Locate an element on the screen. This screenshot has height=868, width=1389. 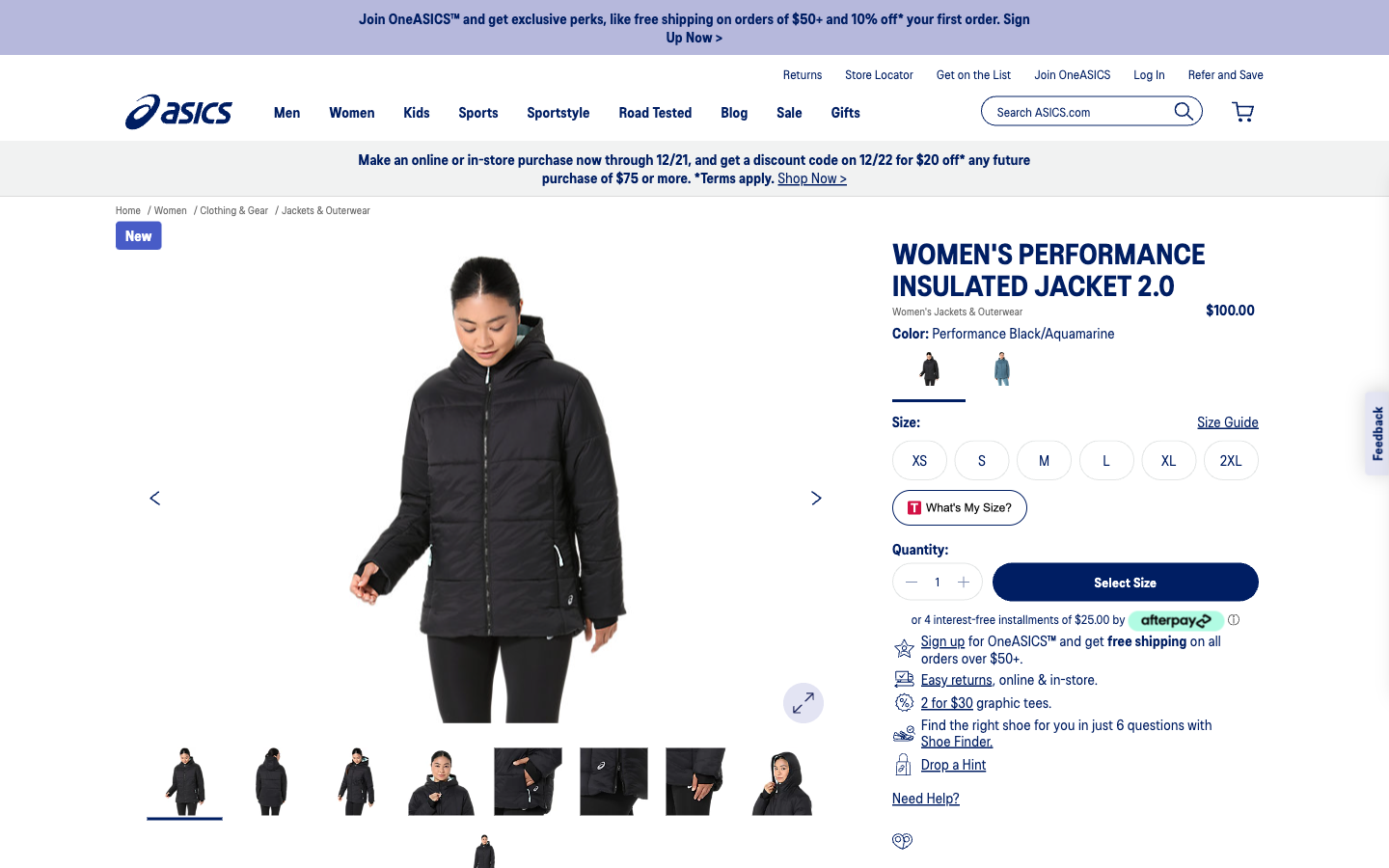
change to aquamarine shade is located at coordinates (1001, 372).